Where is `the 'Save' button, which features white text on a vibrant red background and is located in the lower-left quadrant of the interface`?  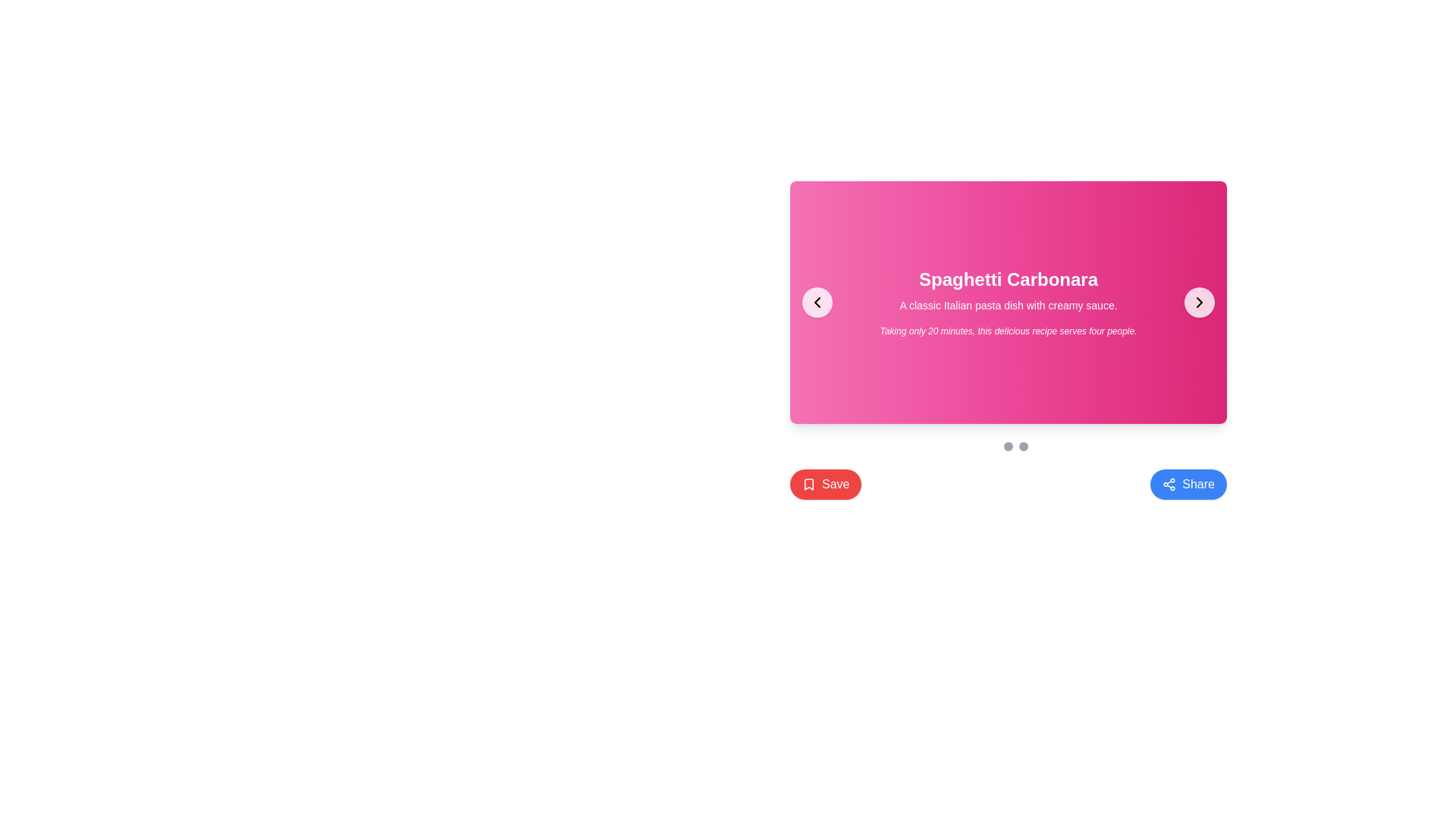
the 'Save' button, which features white text on a vibrant red background and is located in the lower-left quadrant of the interface is located at coordinates (835, 485).